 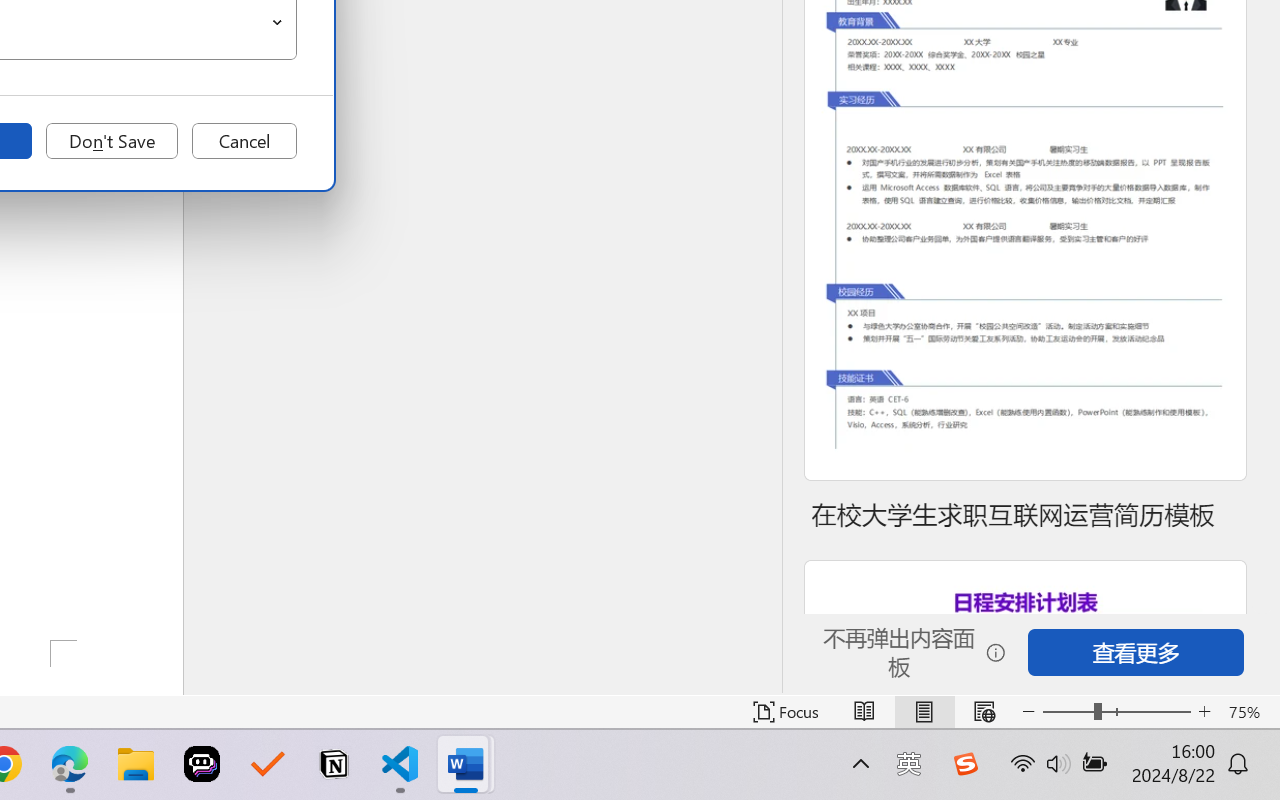 I want to click on 'Print Layout', so click(x=923, y=711).